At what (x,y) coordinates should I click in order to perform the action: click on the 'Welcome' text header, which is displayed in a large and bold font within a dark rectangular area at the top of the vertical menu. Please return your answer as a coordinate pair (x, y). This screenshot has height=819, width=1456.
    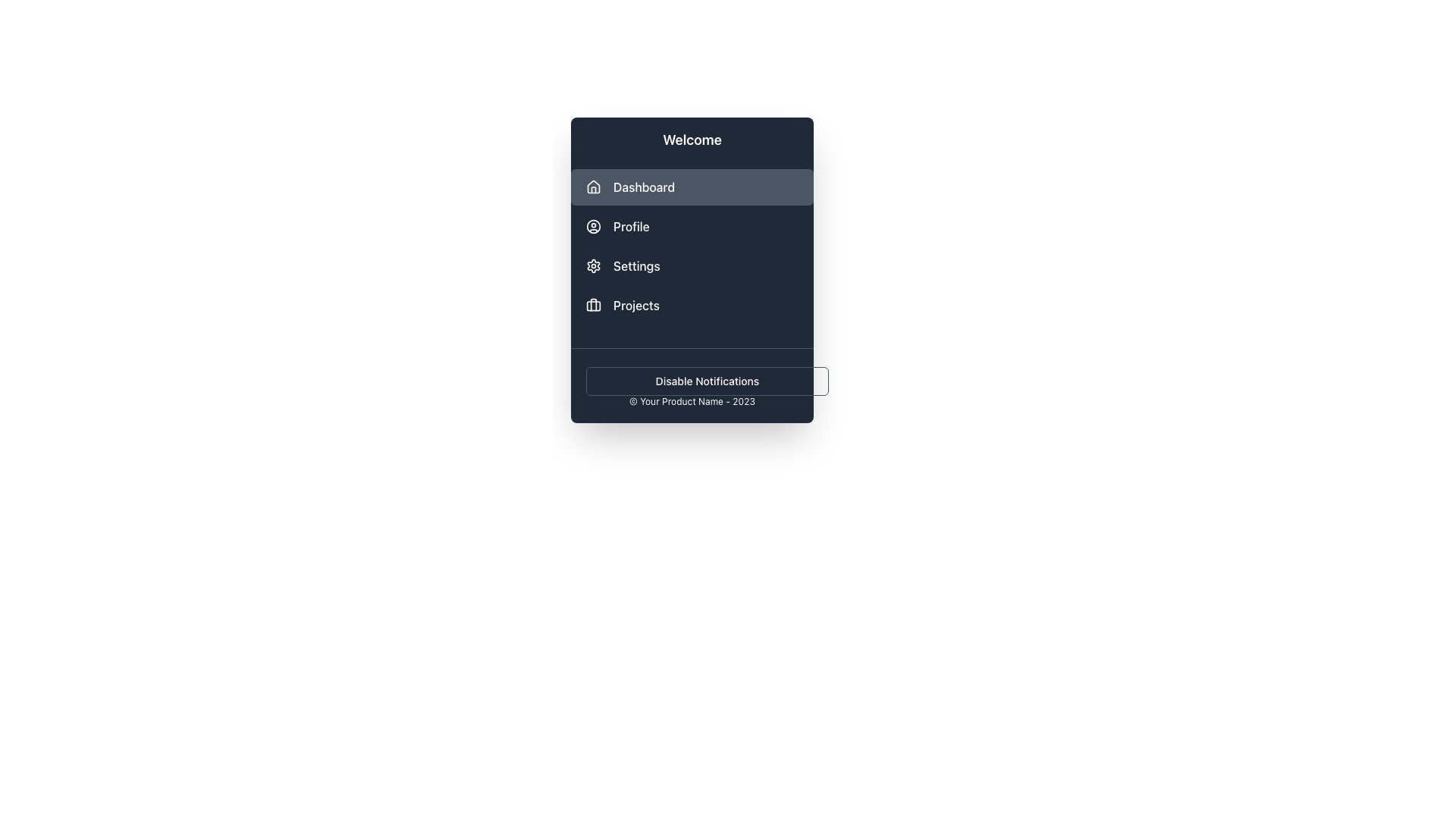
    Looking at the image, I should click on (691, 140).